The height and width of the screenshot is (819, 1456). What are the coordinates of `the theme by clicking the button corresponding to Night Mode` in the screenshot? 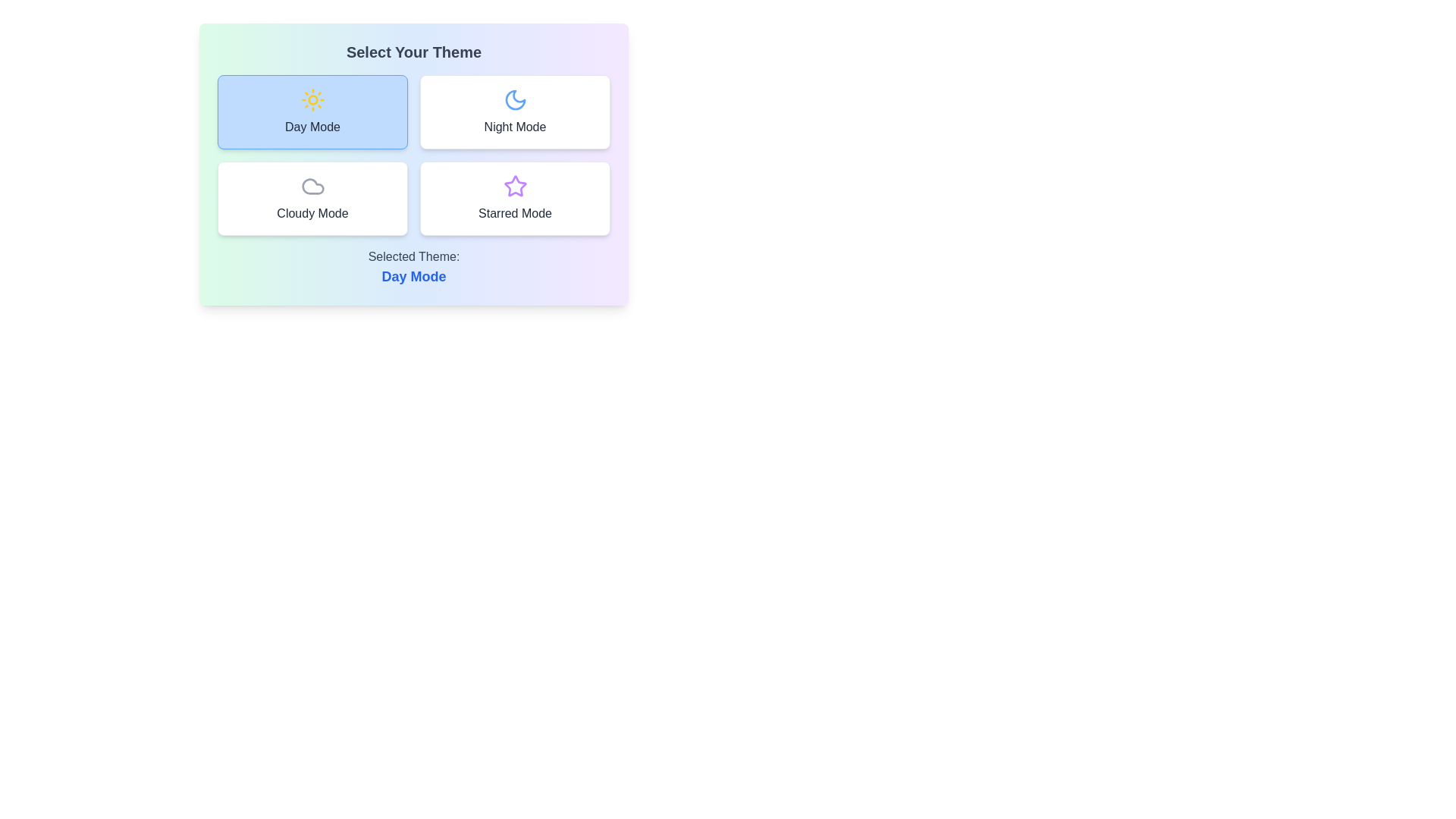 It's located at (515, 111).